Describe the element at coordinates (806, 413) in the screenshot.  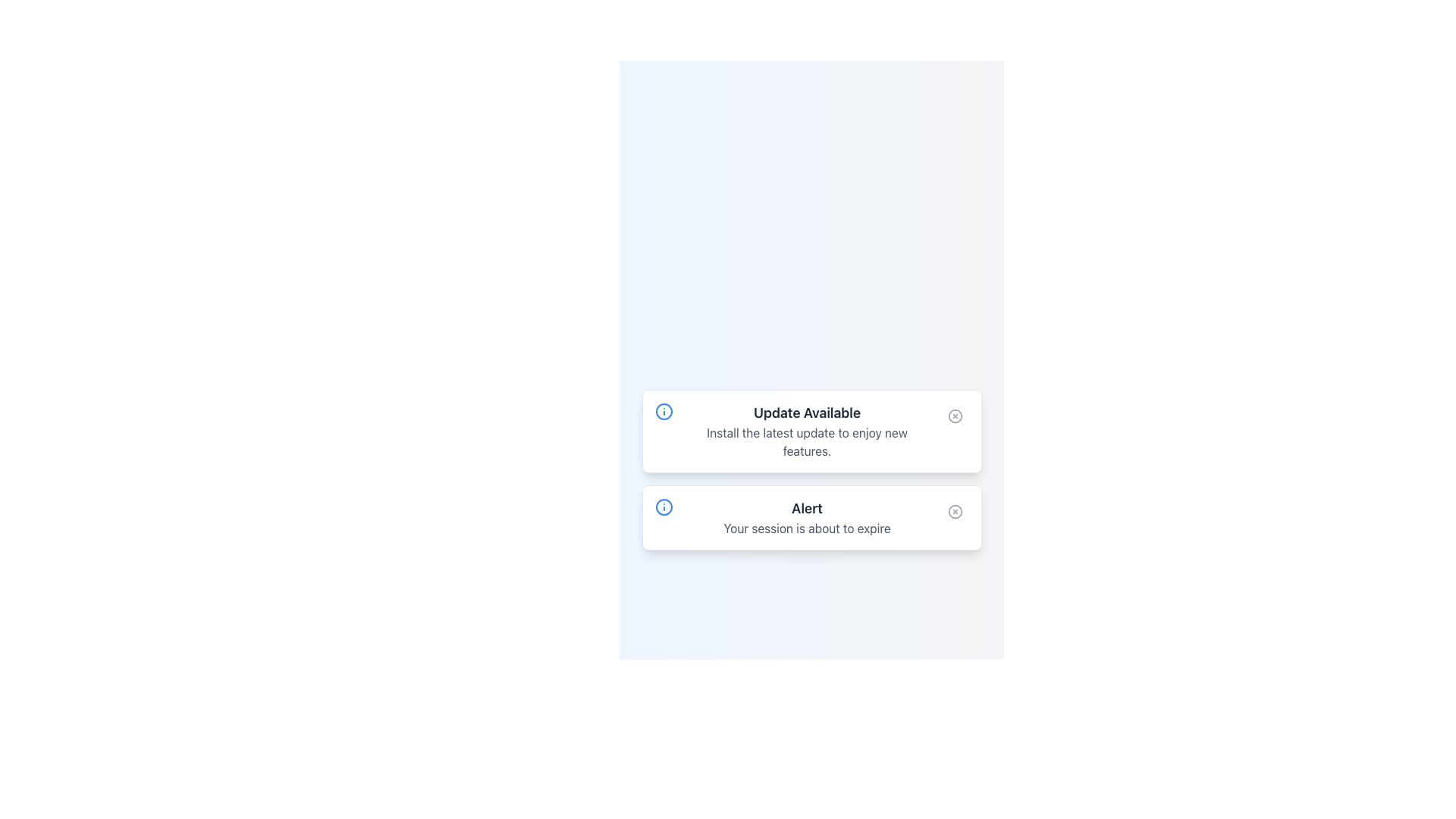
I see `the 'Update Available' text label, which is bold and dark gray, located at the top-center of the notification card` at that location.